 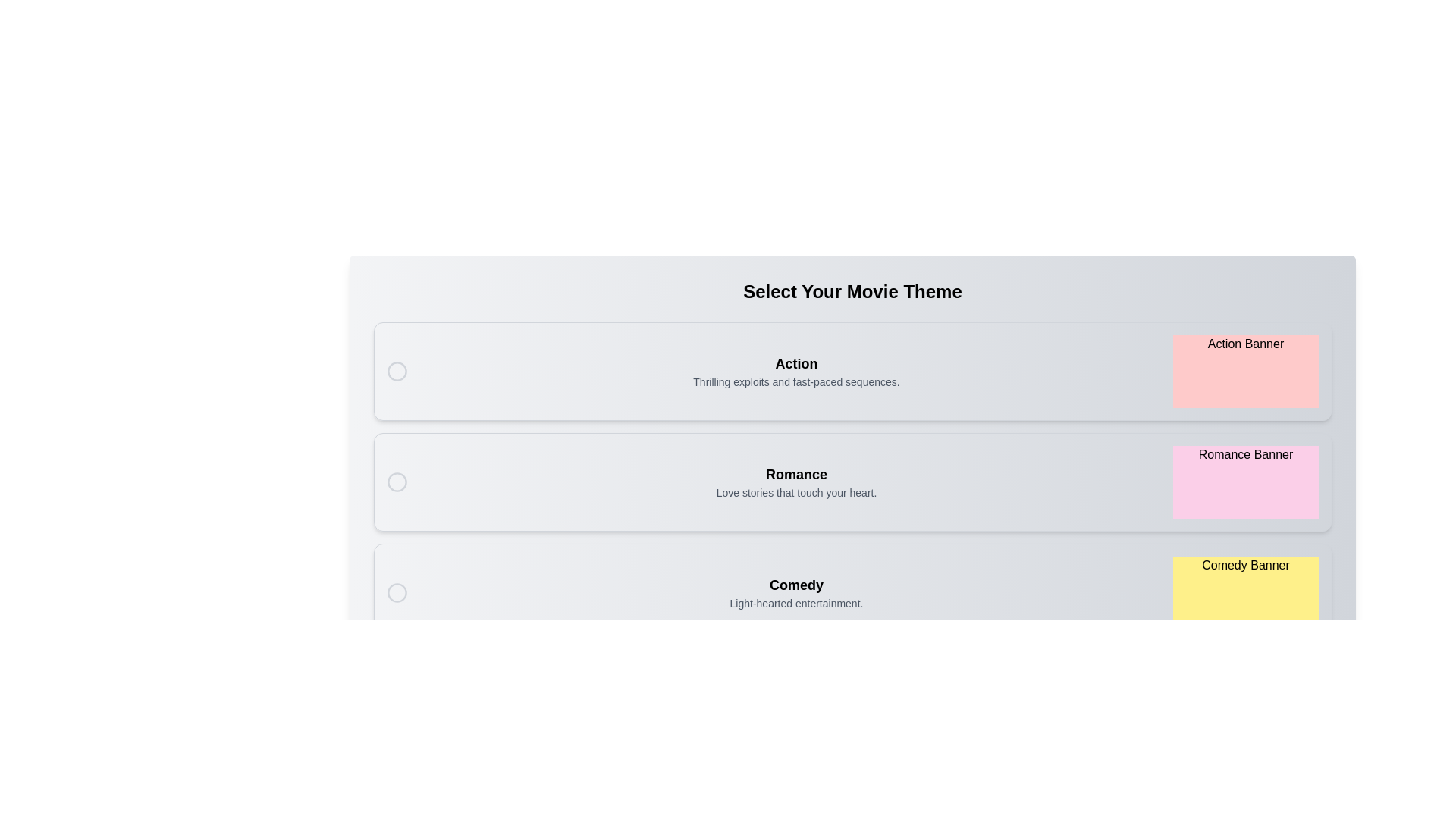 I want to click on descriptive text label located near the top center of the interface, providing details about the category titled 'Action', so click(x=795, y=381).